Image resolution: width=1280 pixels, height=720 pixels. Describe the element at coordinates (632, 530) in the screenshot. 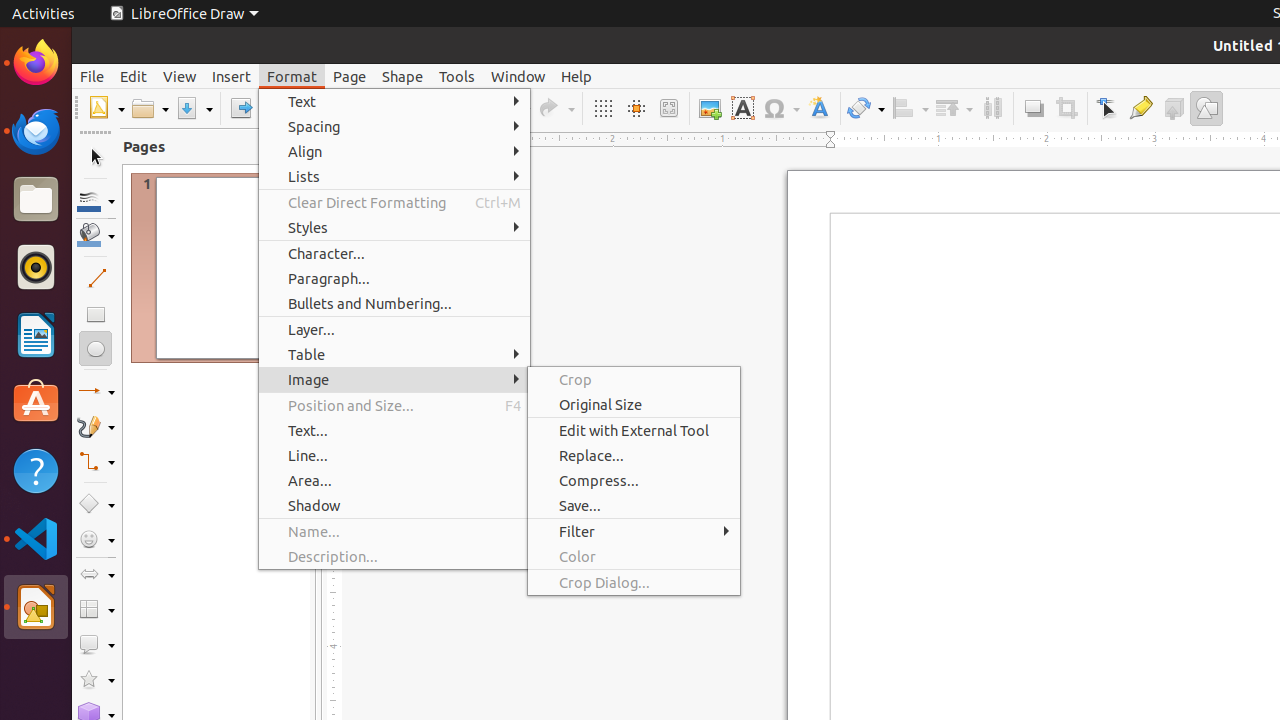

I see `'Filter'` at that location.